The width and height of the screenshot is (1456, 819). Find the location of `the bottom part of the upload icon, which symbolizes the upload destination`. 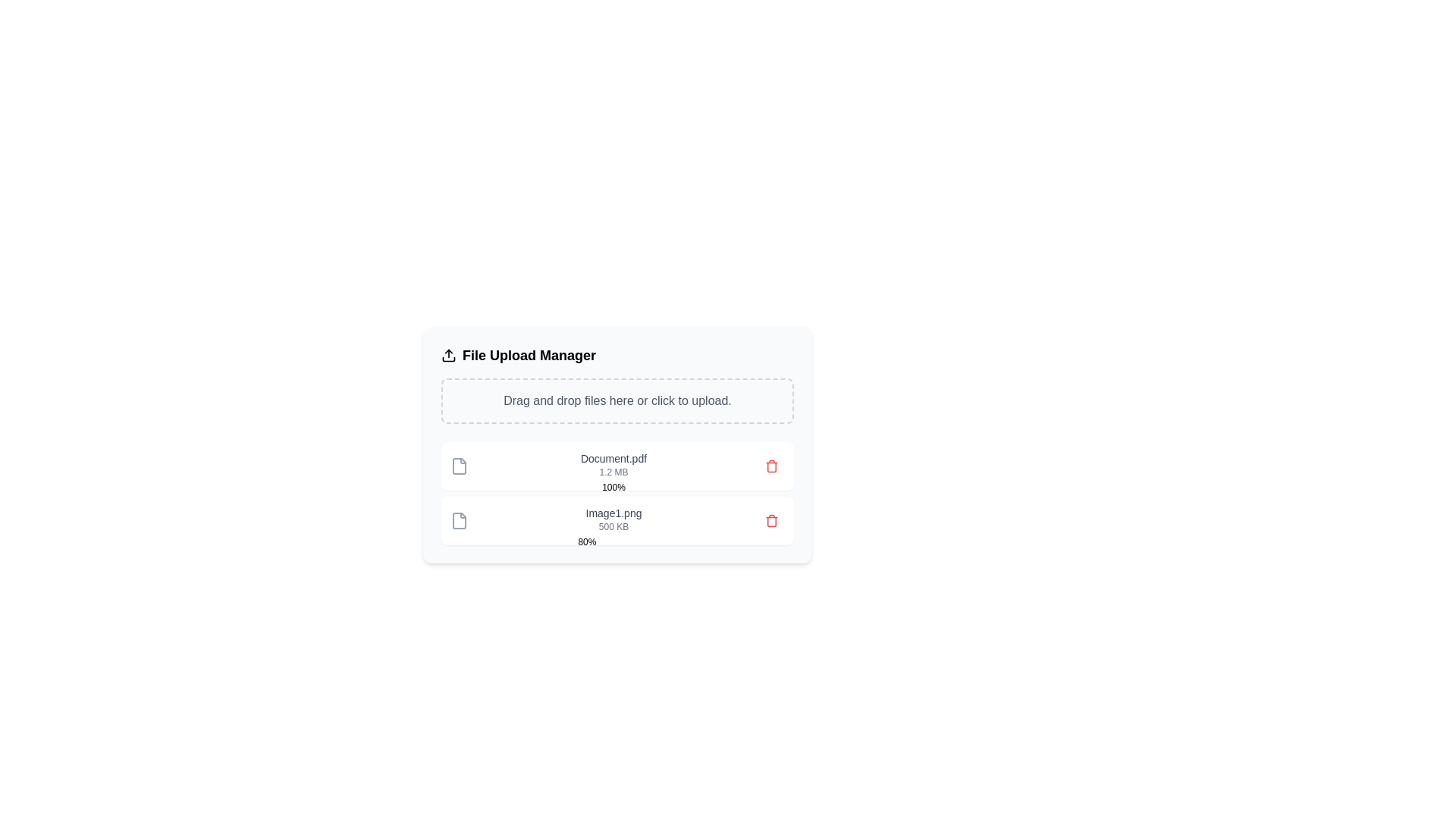

the bottom part of the upload icon, which symbolizes the upload destination is located at coordinates (447, 359).